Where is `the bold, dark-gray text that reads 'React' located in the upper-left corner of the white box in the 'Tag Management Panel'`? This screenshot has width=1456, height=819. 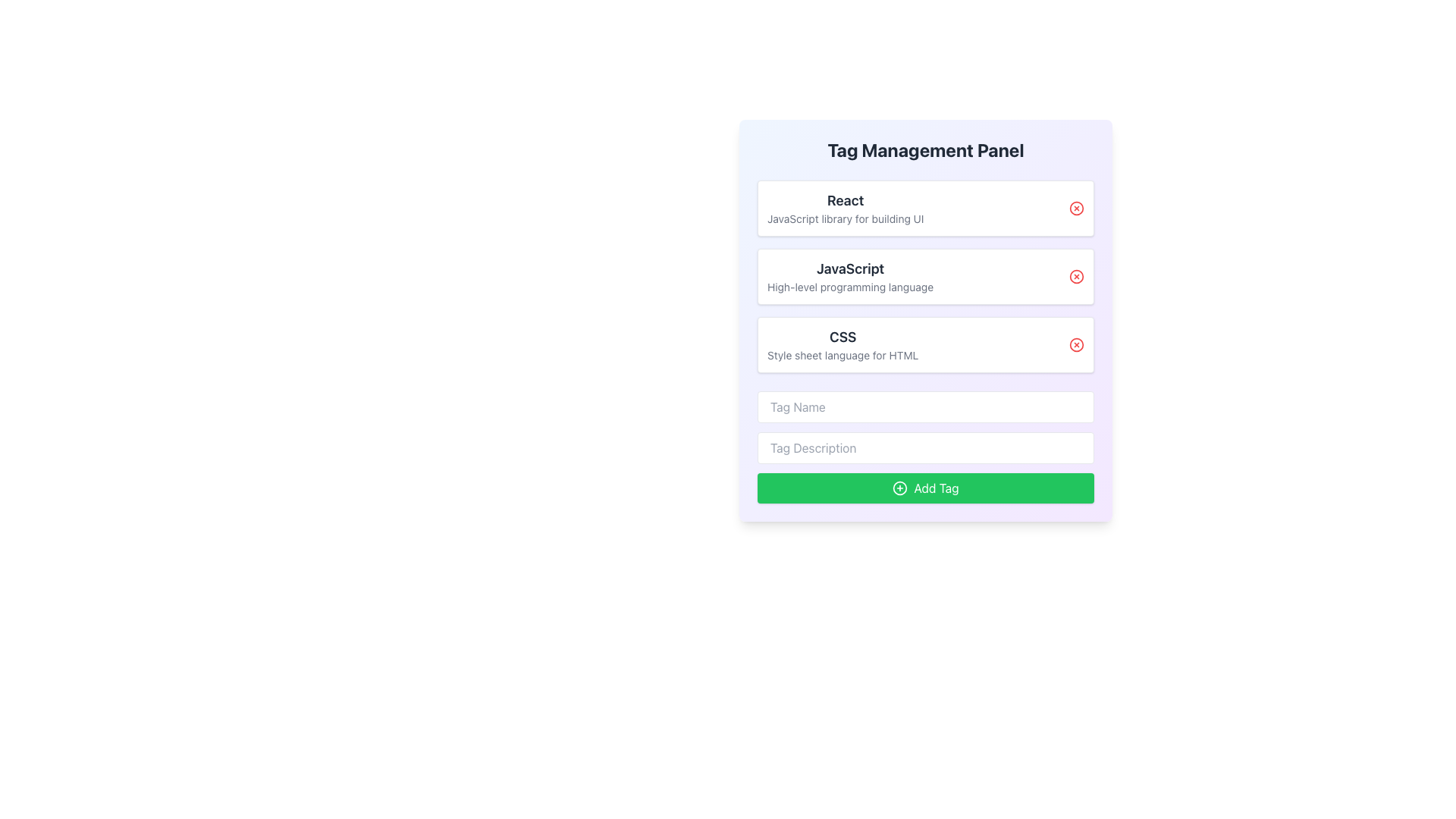
the bold, dark-gray text that reads 'React' located in the upper-left corner of the white box in the 'Tag Management Panel' is located at coordinates (845, 200).